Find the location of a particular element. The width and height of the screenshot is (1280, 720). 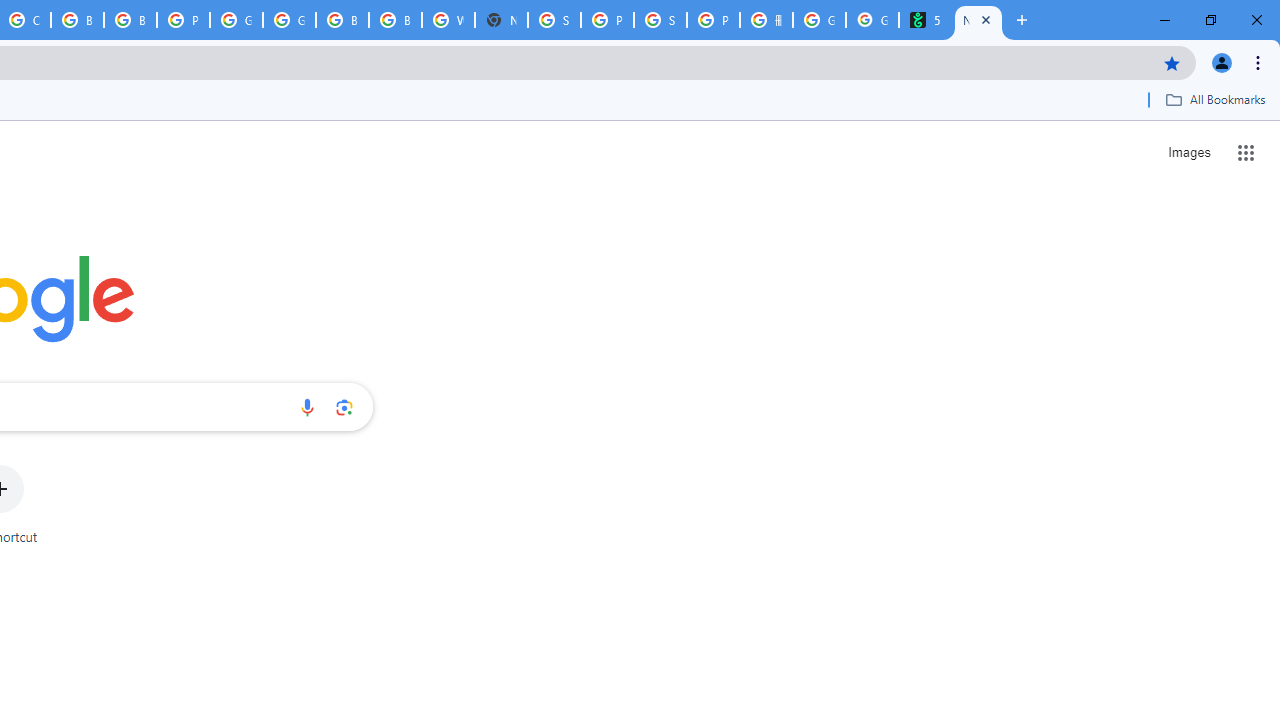

'New Tab' is located at coordinates (978, 20).